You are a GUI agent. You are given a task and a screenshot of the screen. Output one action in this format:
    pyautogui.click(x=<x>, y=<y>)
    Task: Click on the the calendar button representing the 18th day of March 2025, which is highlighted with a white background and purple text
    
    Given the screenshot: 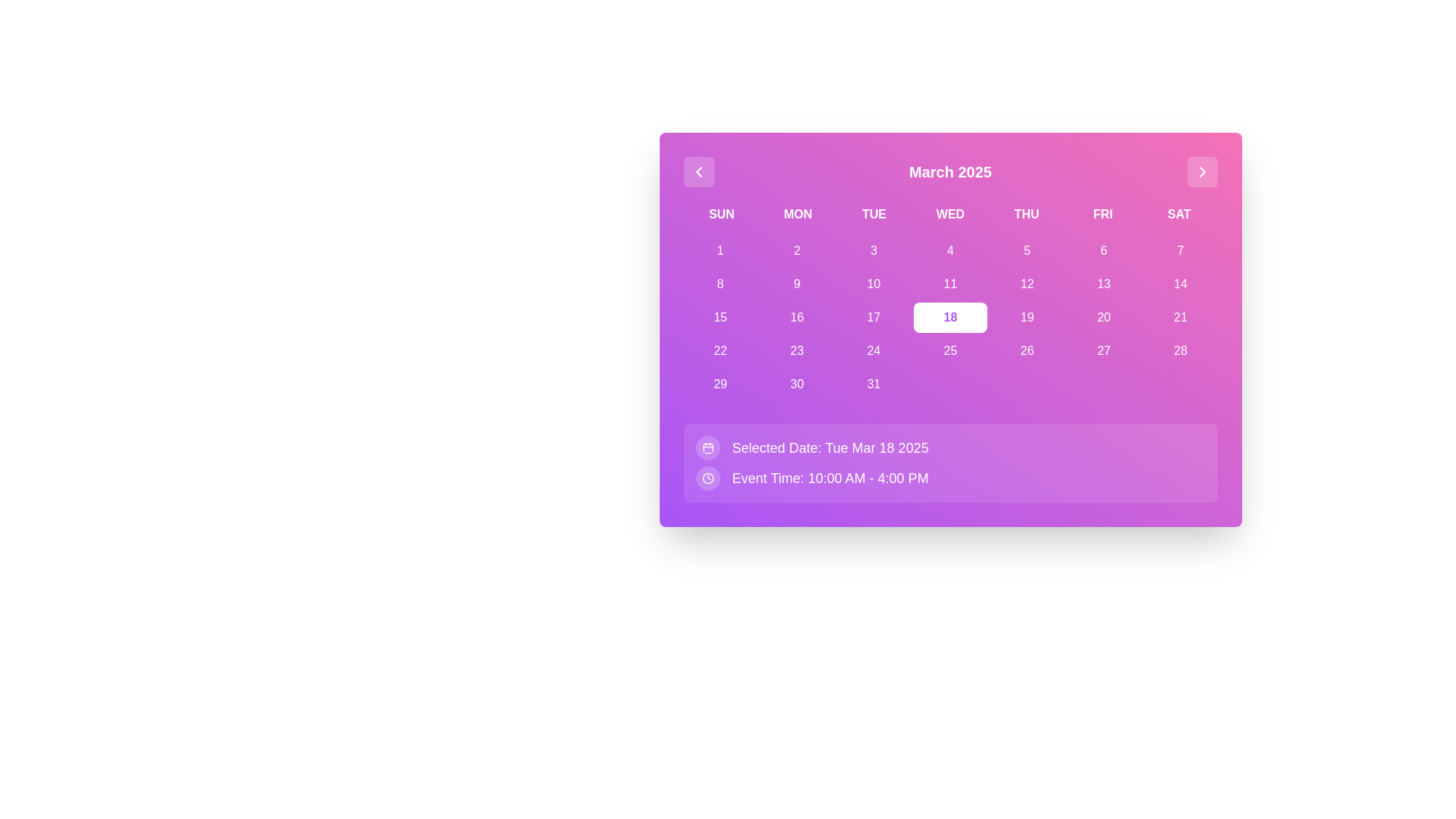 What is the action you would take?
    pyautogui.click(x=949, y=317)
    